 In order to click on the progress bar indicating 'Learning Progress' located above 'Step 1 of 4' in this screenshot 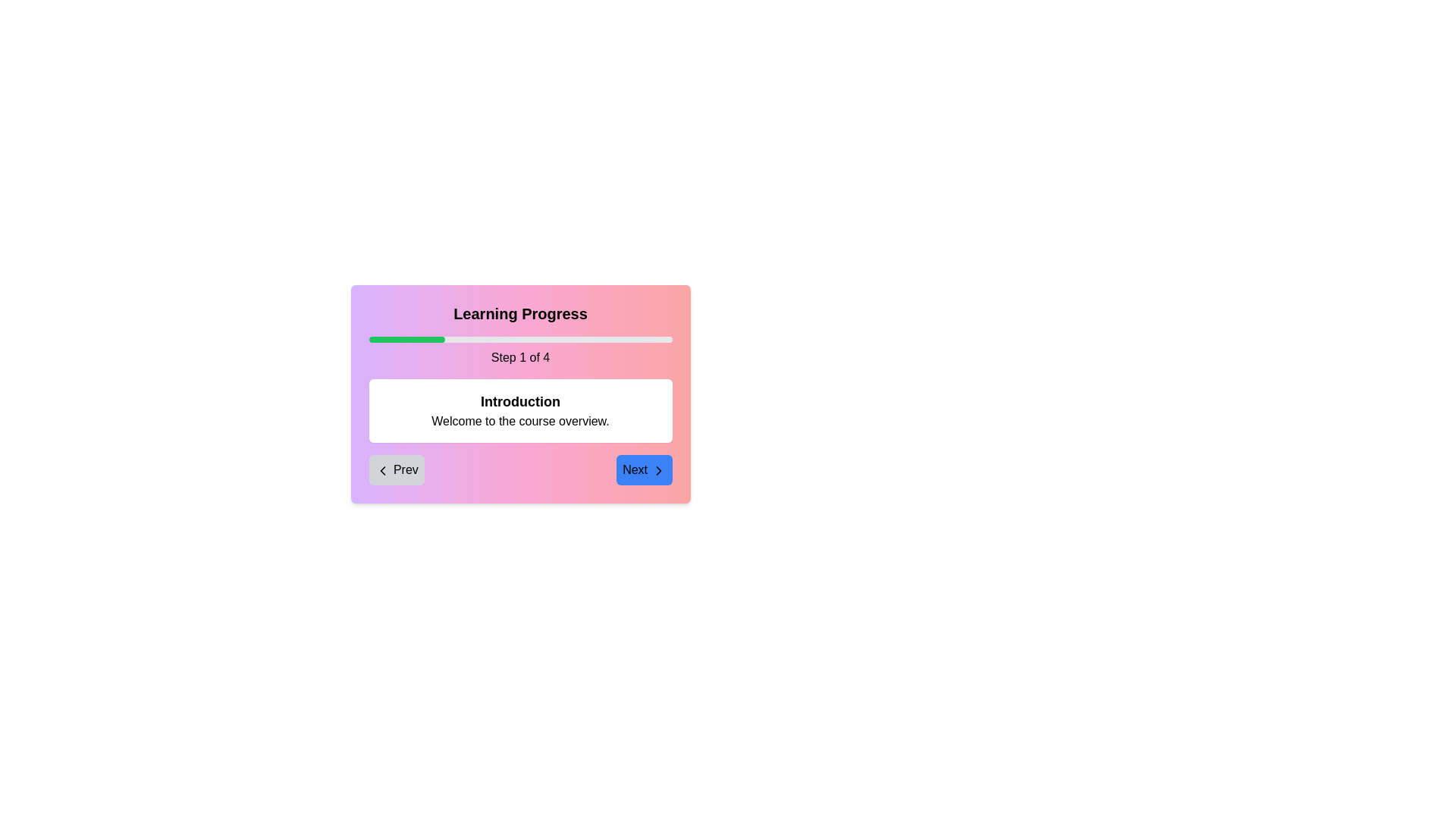, I will do `click(520, 338)`.